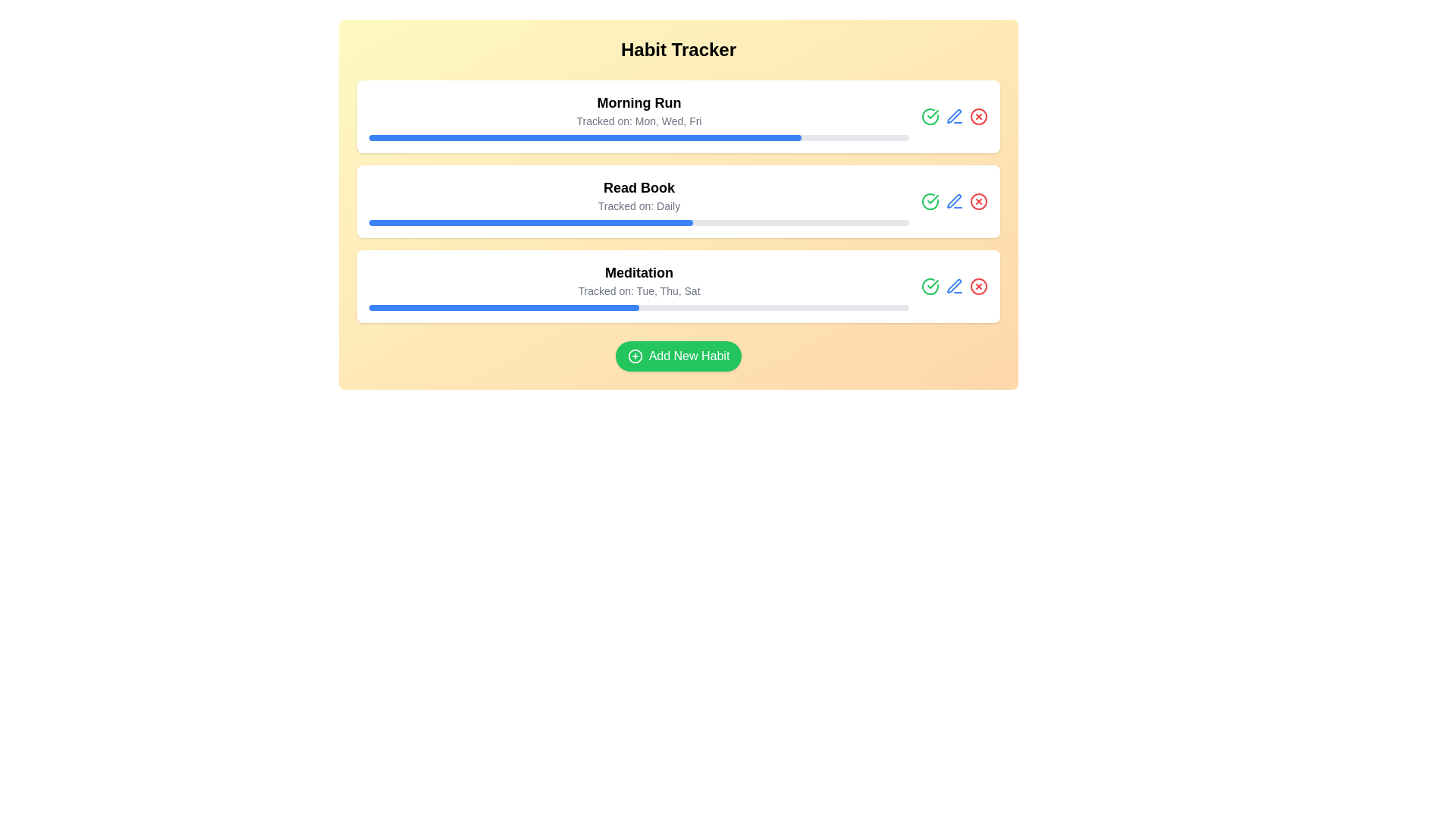 This screenshot has height=819, width=1456. Describe the element at coordinates (930, 201) in the screenshot. I see `the top-left part of the green checkmark SVG icon located within the circular motif next` at that location.